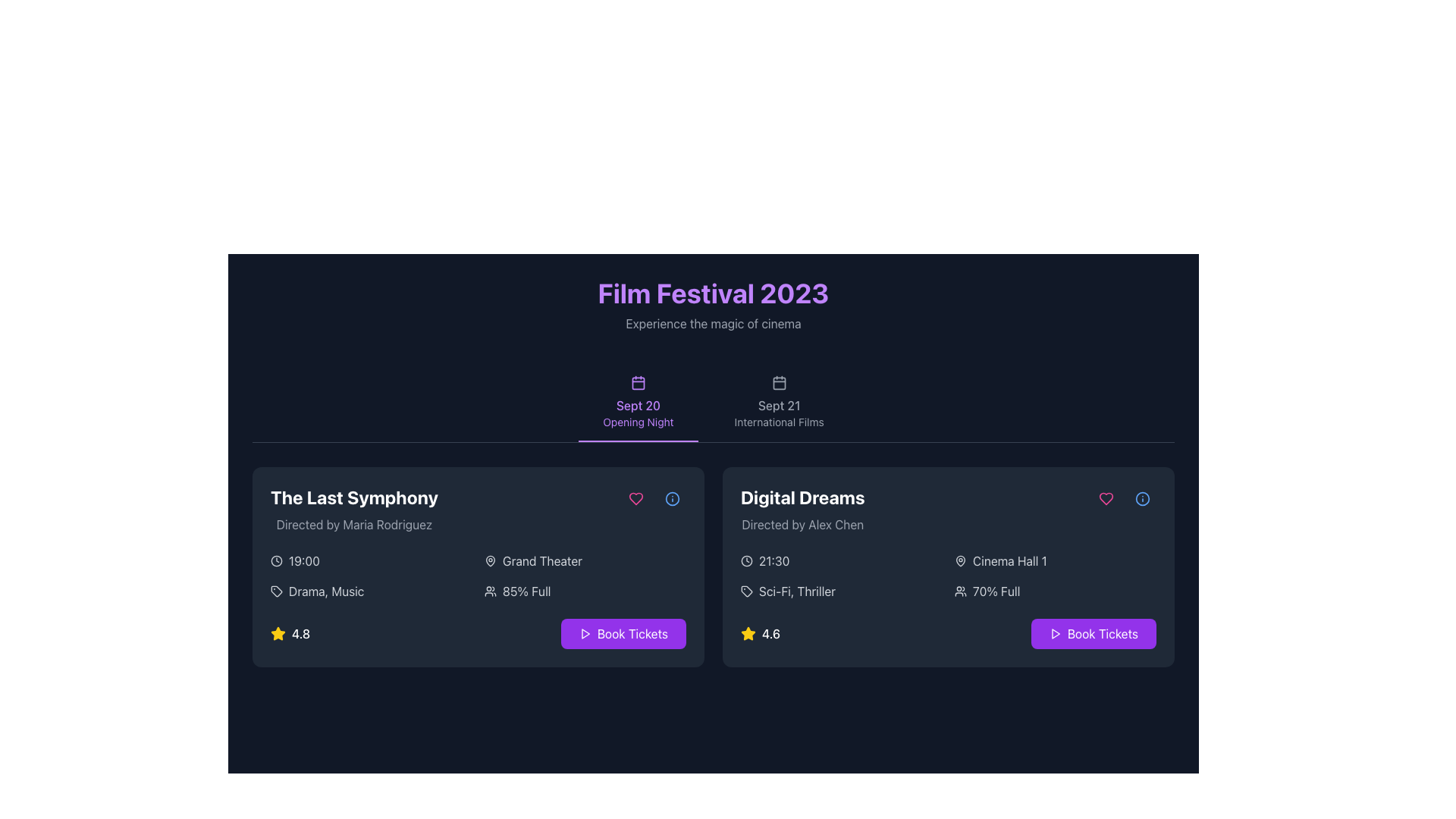 Image resolution: width=1456 pixels, height=819 pixels. Describe the element at coordinates (774, 561) in the screenshot. I see `time displayed as '21:30' in the right information panel titled 'Digital Dreams', located under the title and near the top left of the panel, next to a clock icon` at that location.